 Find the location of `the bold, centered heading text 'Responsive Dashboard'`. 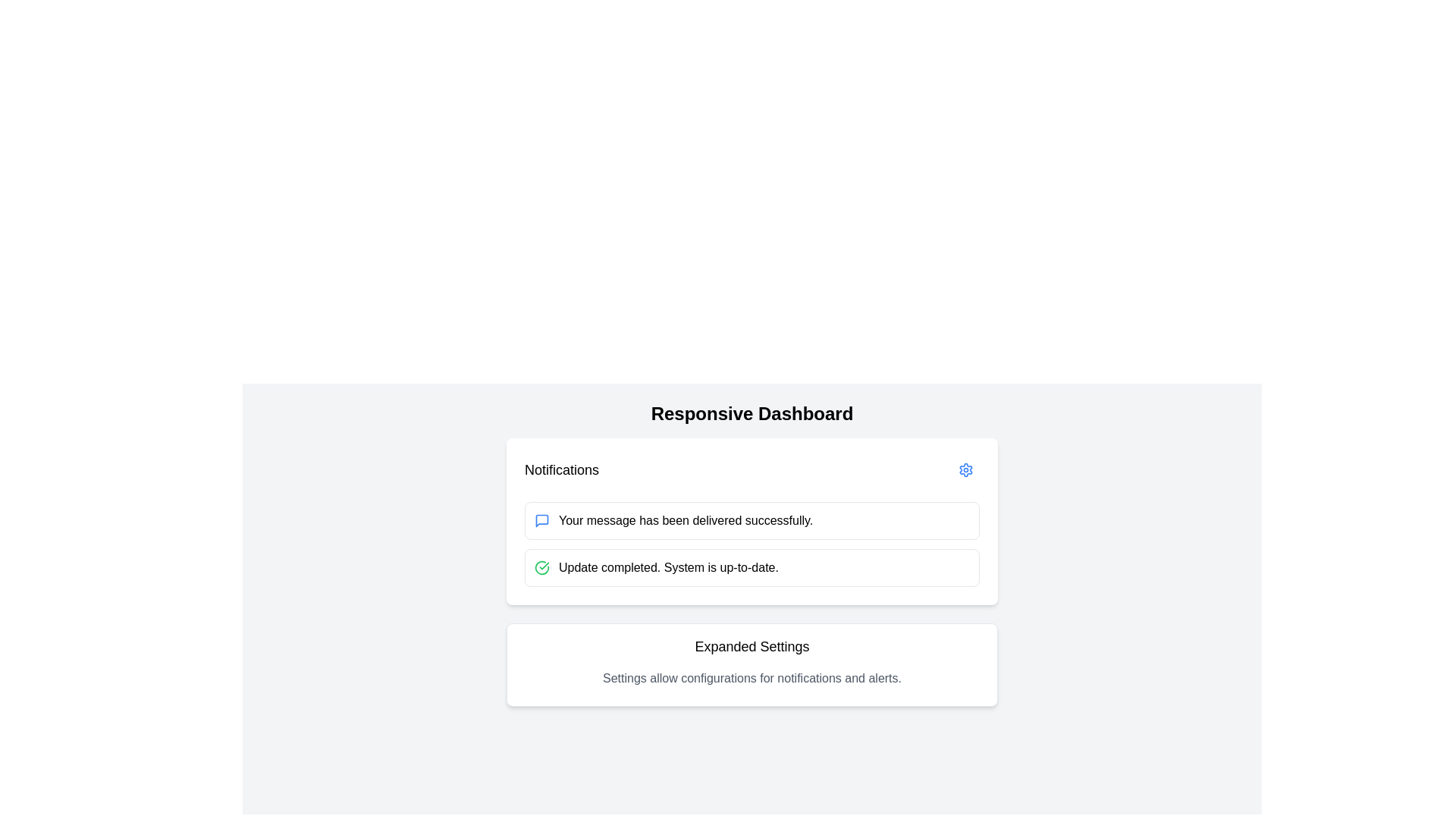

the bold, centered heading text 'Responsive Dashboard' is located at coordinates (752, 414).